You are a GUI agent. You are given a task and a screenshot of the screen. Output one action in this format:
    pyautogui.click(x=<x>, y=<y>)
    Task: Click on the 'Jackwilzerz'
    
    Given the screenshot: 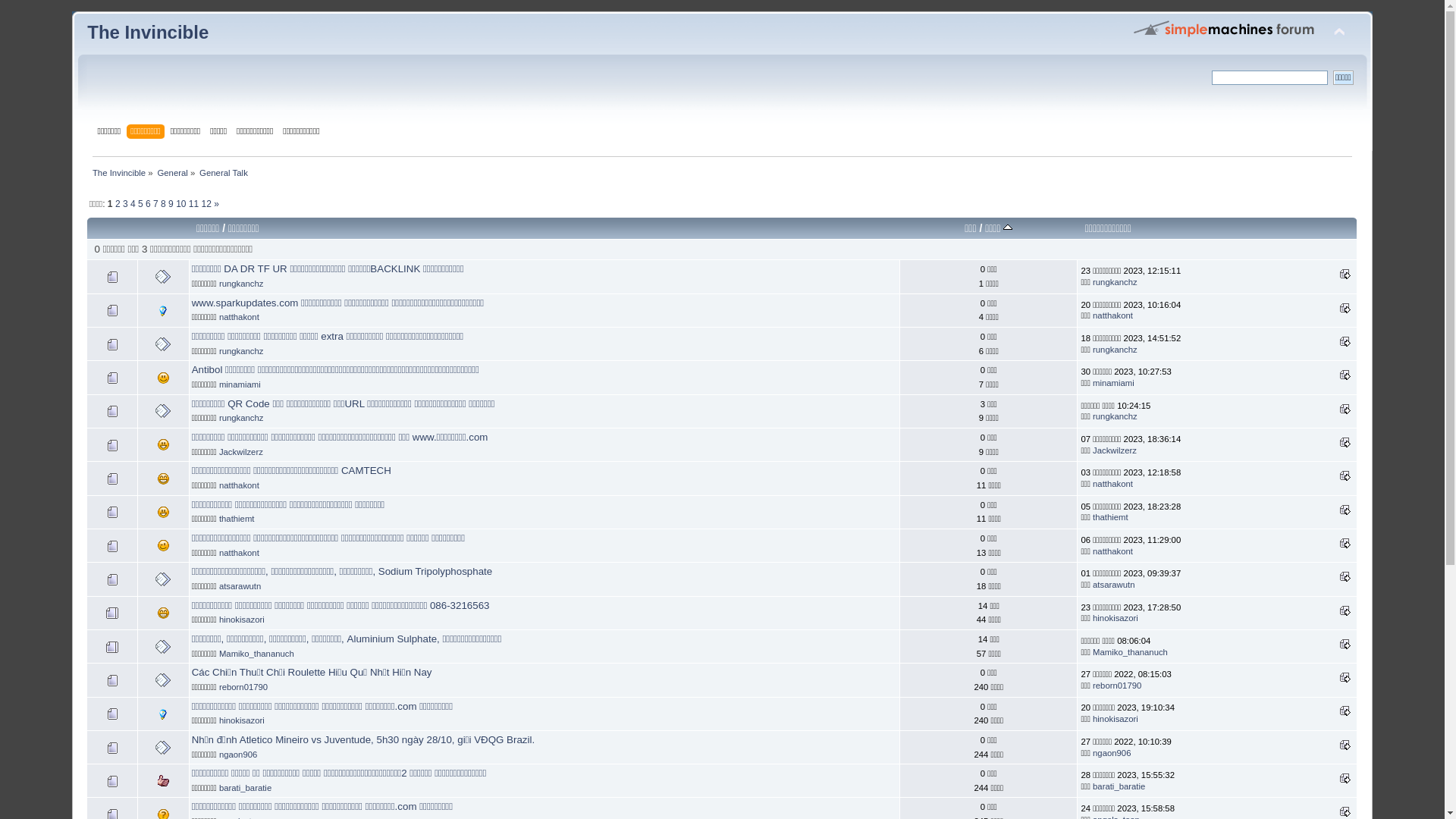 What is the action you would take?
    pyautogui.click(x=1114, y=450)
    